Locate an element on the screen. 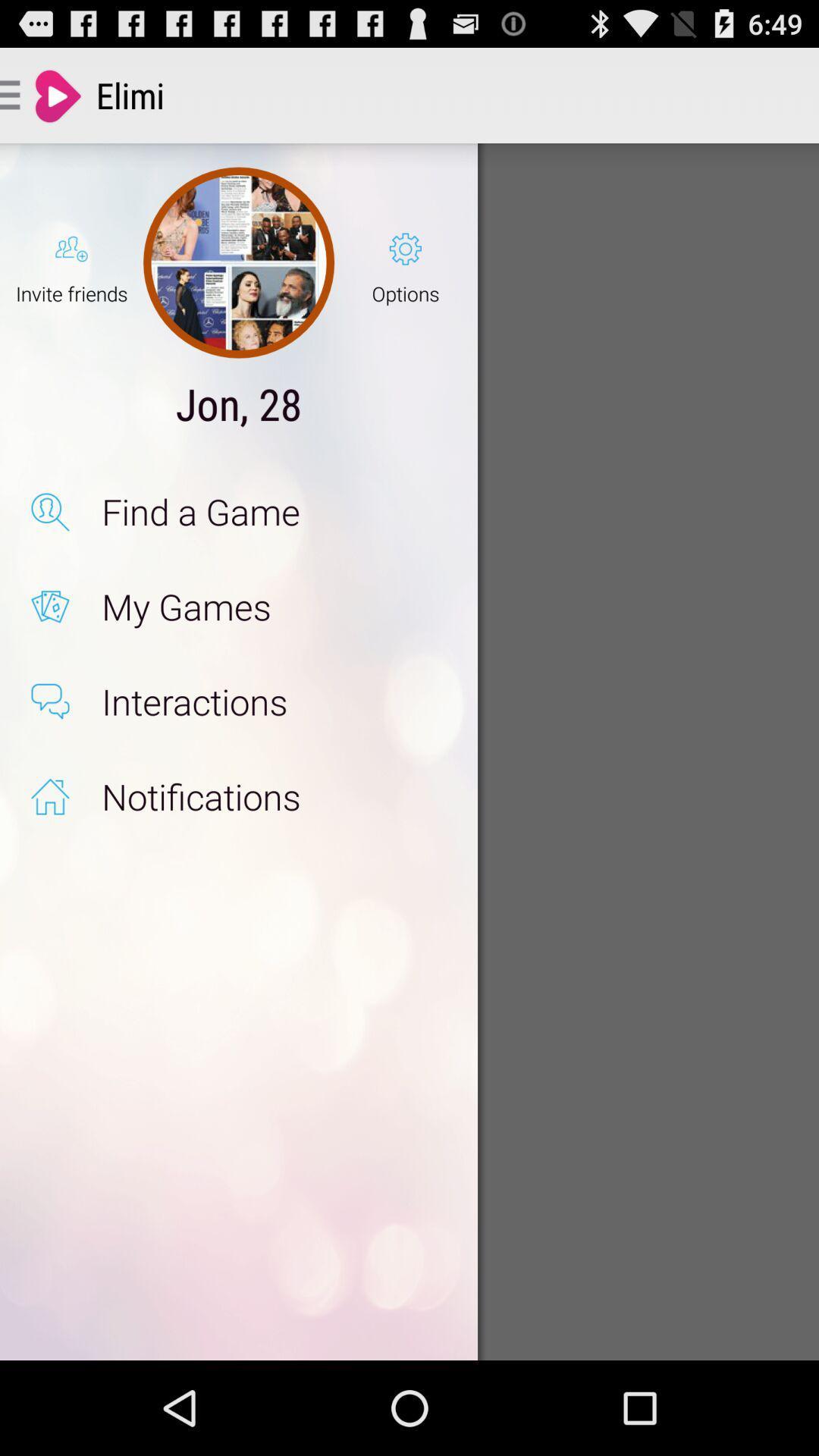 Image resolution: width=819 pixels, height=1456 pixels. the icon to the right of the invite friends item is located at coordinates (239, 262).